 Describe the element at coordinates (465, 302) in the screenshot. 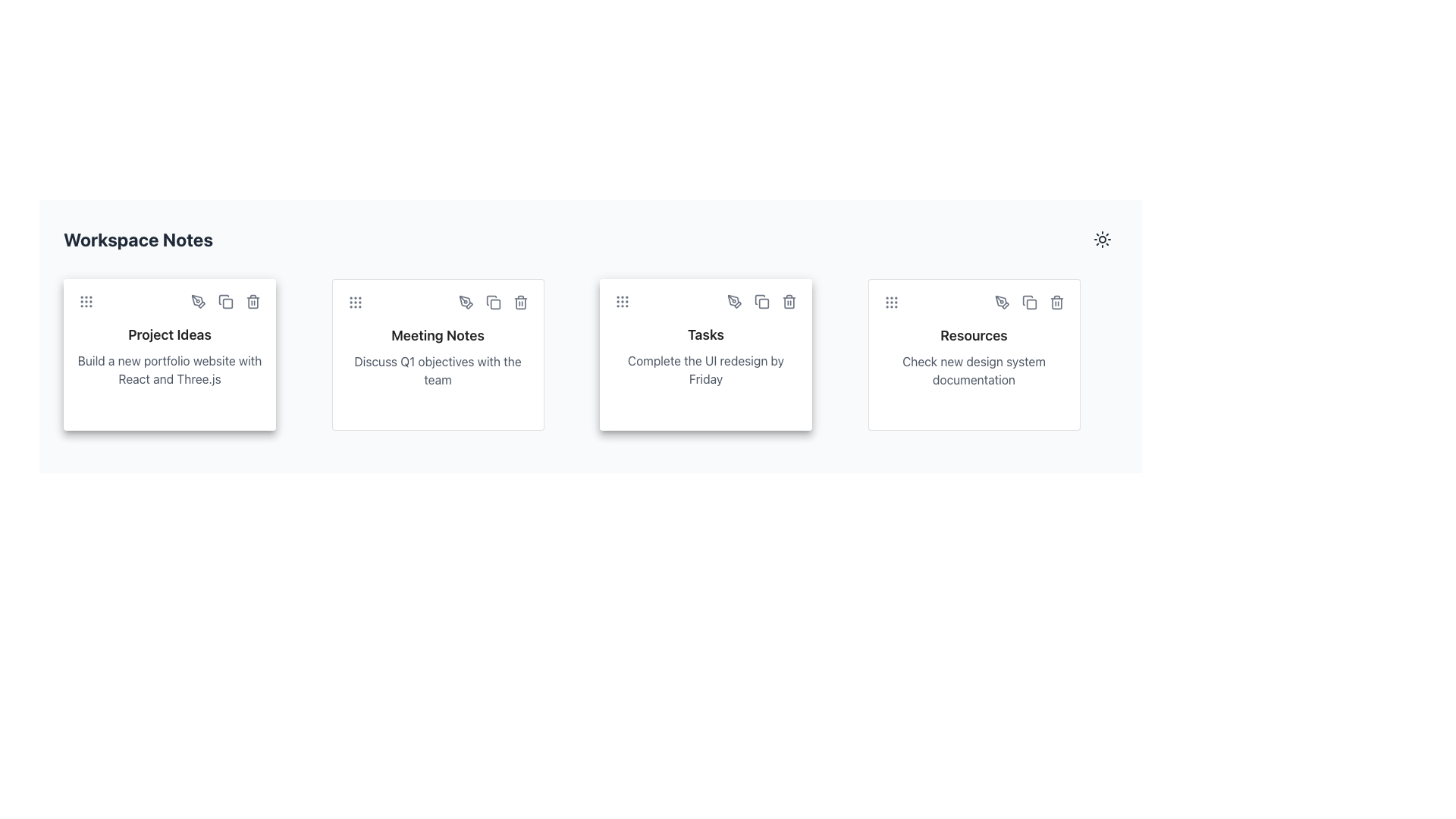

I see `the pen icon, which is styled in gray and resembles a pointed tip, located in the horizontal array of tools at the top-right corner of the 'Meeting Notes' card` at that location.